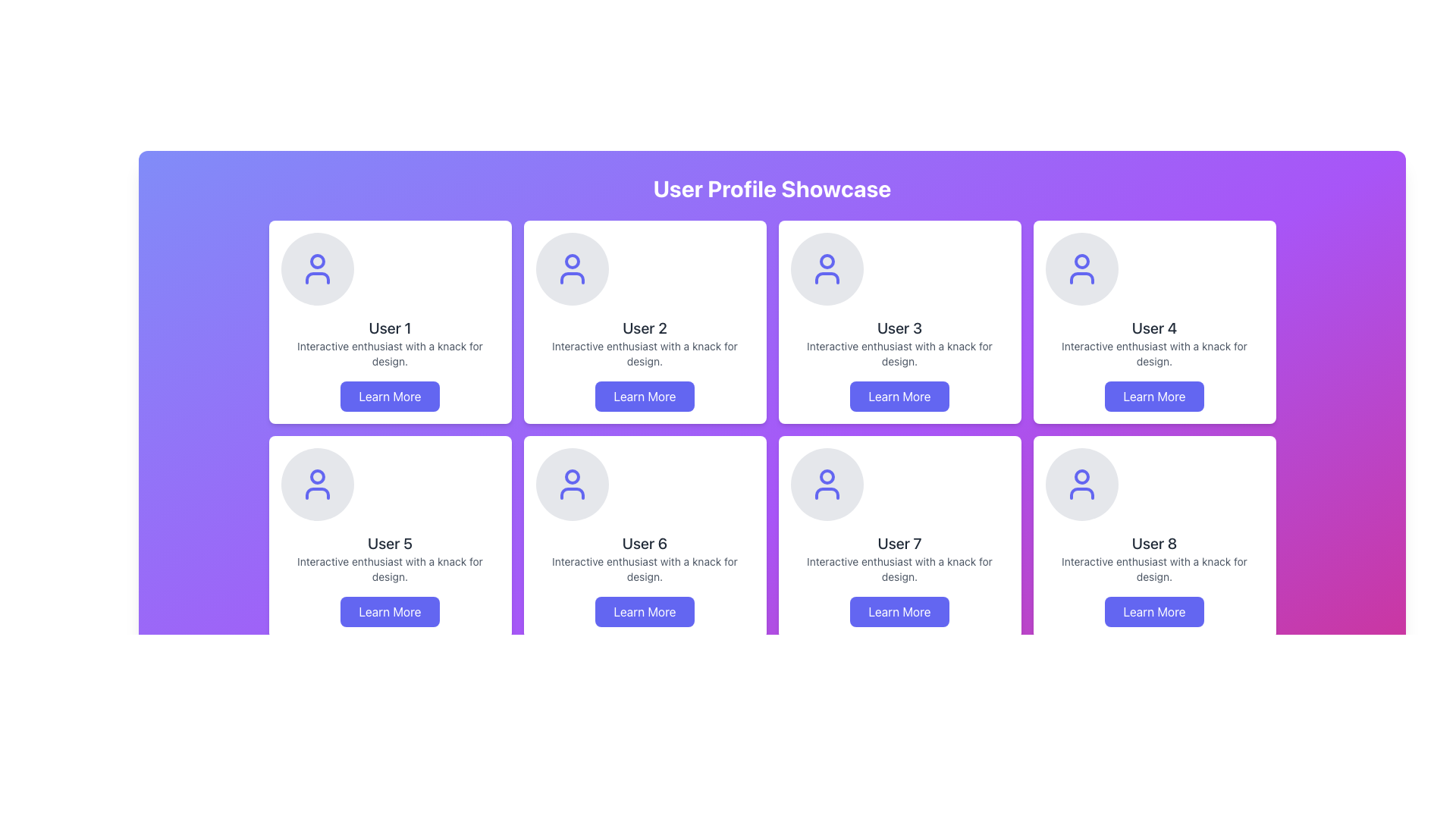 This screenshot has height=819, width=1456. I want to click on the 'Learn More' button, which is a rectangular button with white text on an indigo background, located centrally within the 'User 4' card, so click(1153, 396).